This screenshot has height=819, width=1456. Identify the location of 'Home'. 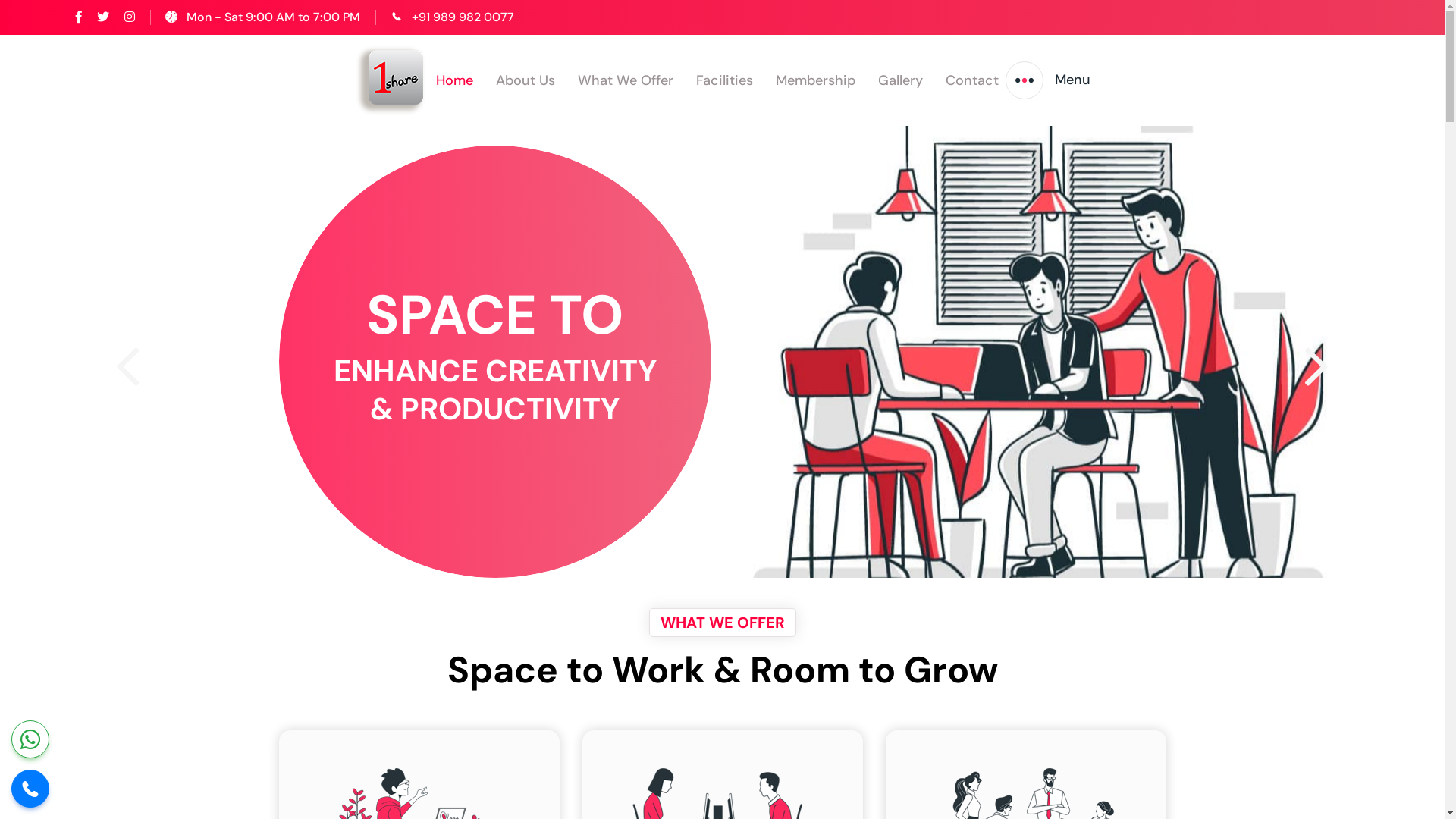
(453, 80).